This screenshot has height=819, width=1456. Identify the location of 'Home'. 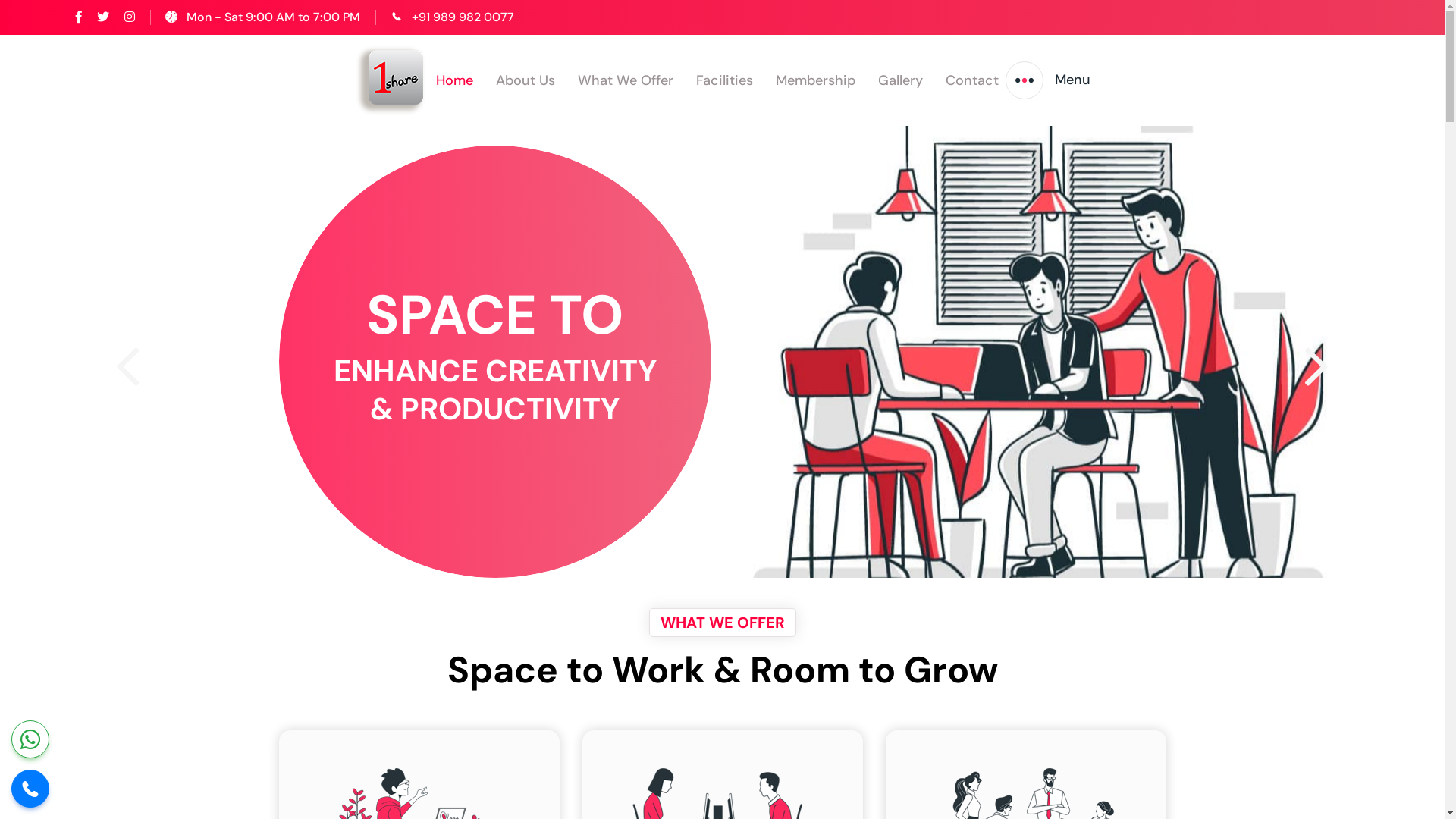
(453, 80).